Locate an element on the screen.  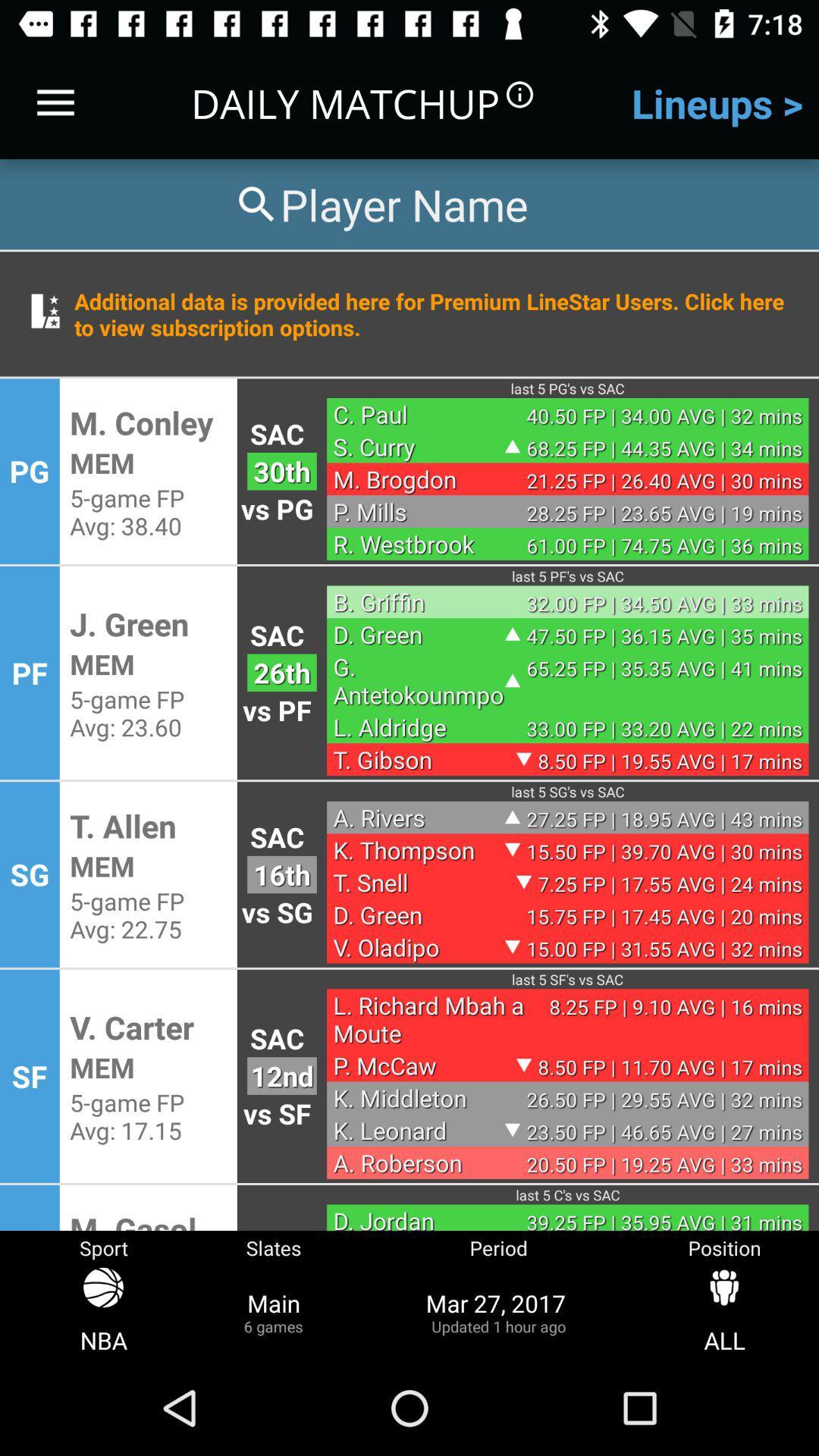
icon next to the period icon is located at coordinates (723, 1311).